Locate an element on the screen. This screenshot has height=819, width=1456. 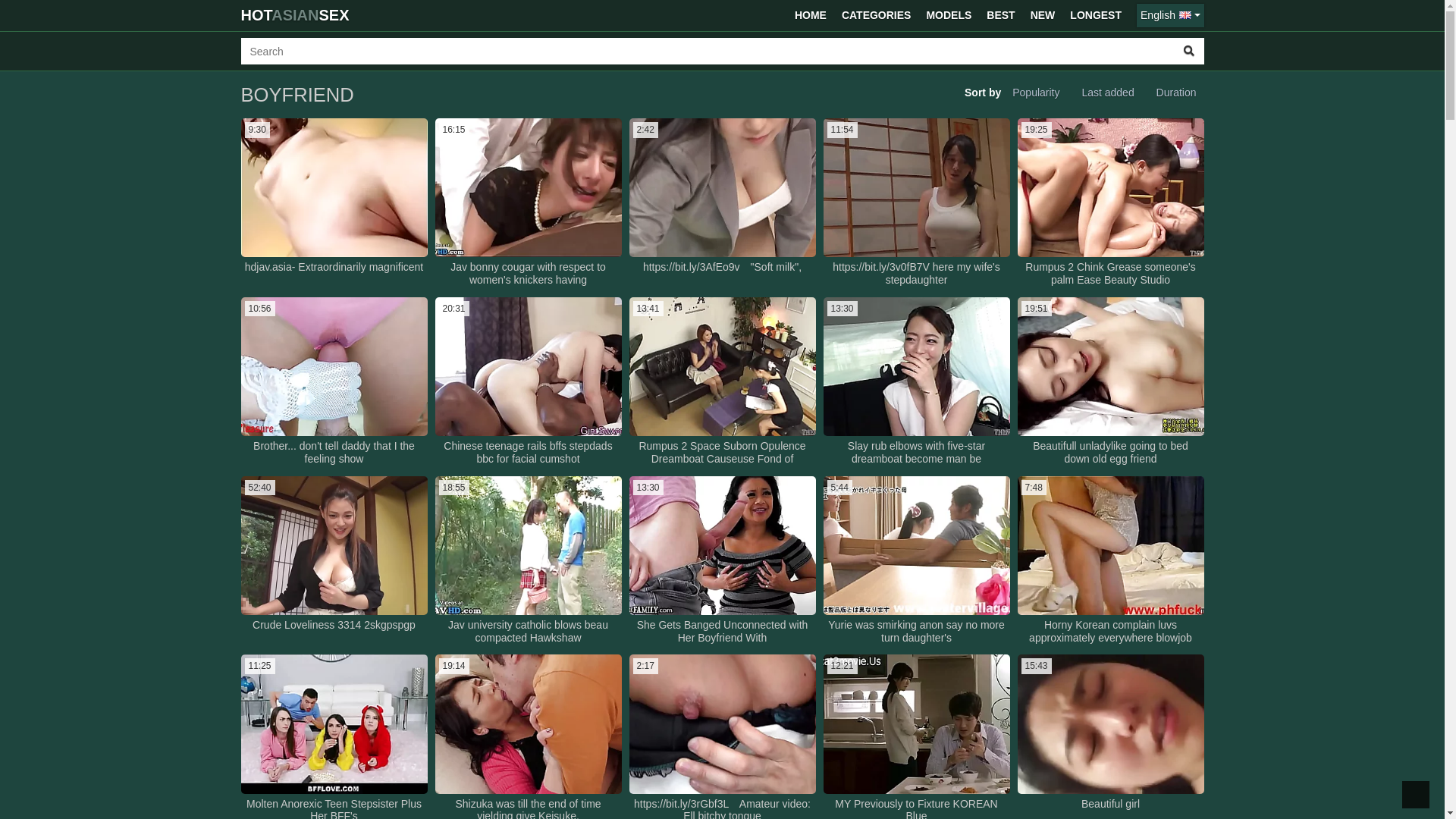
'CATEGORIES' is located at coordinates (835, 15).